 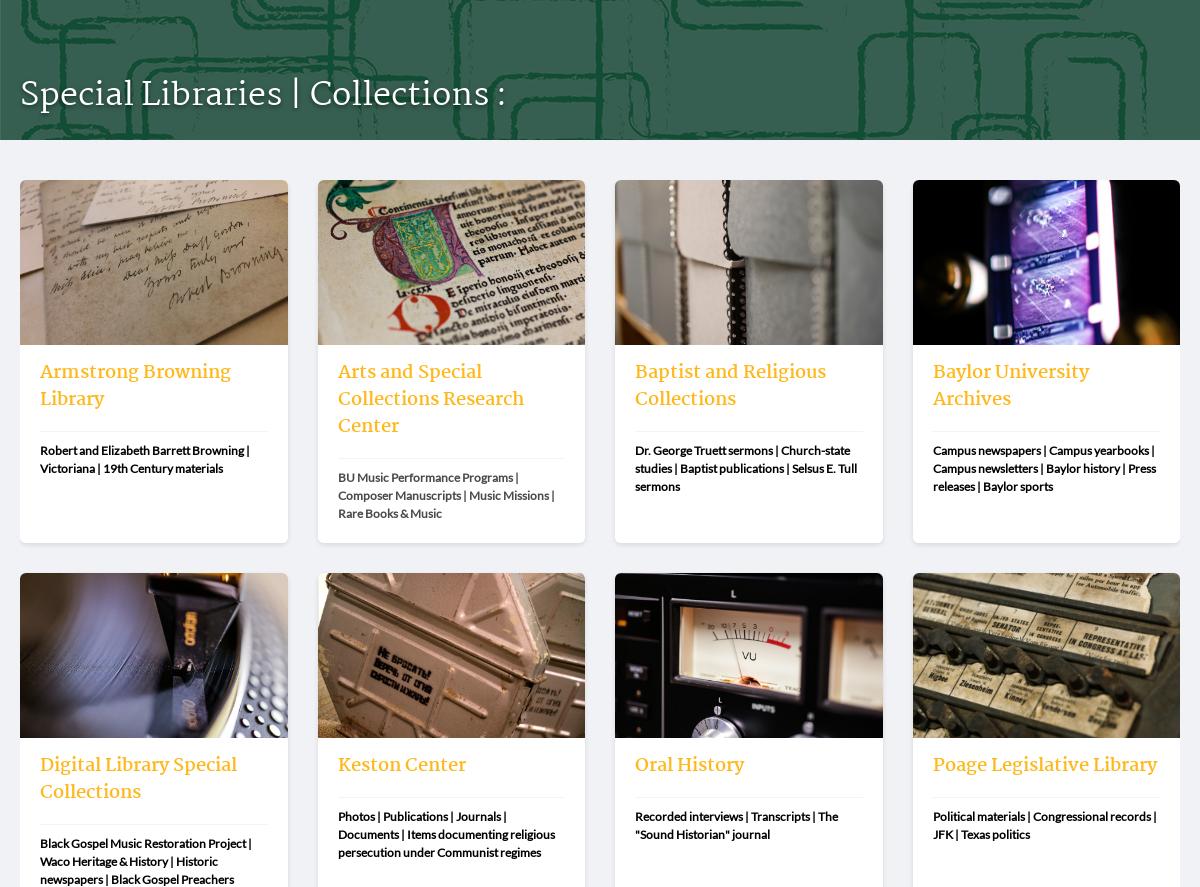 What do you see at coordinates (737, 824) in the screenshot?
I see `'Recorded interviews | Transcripts | The "Sound Historian" journal'` at bounding box center [737, 824].